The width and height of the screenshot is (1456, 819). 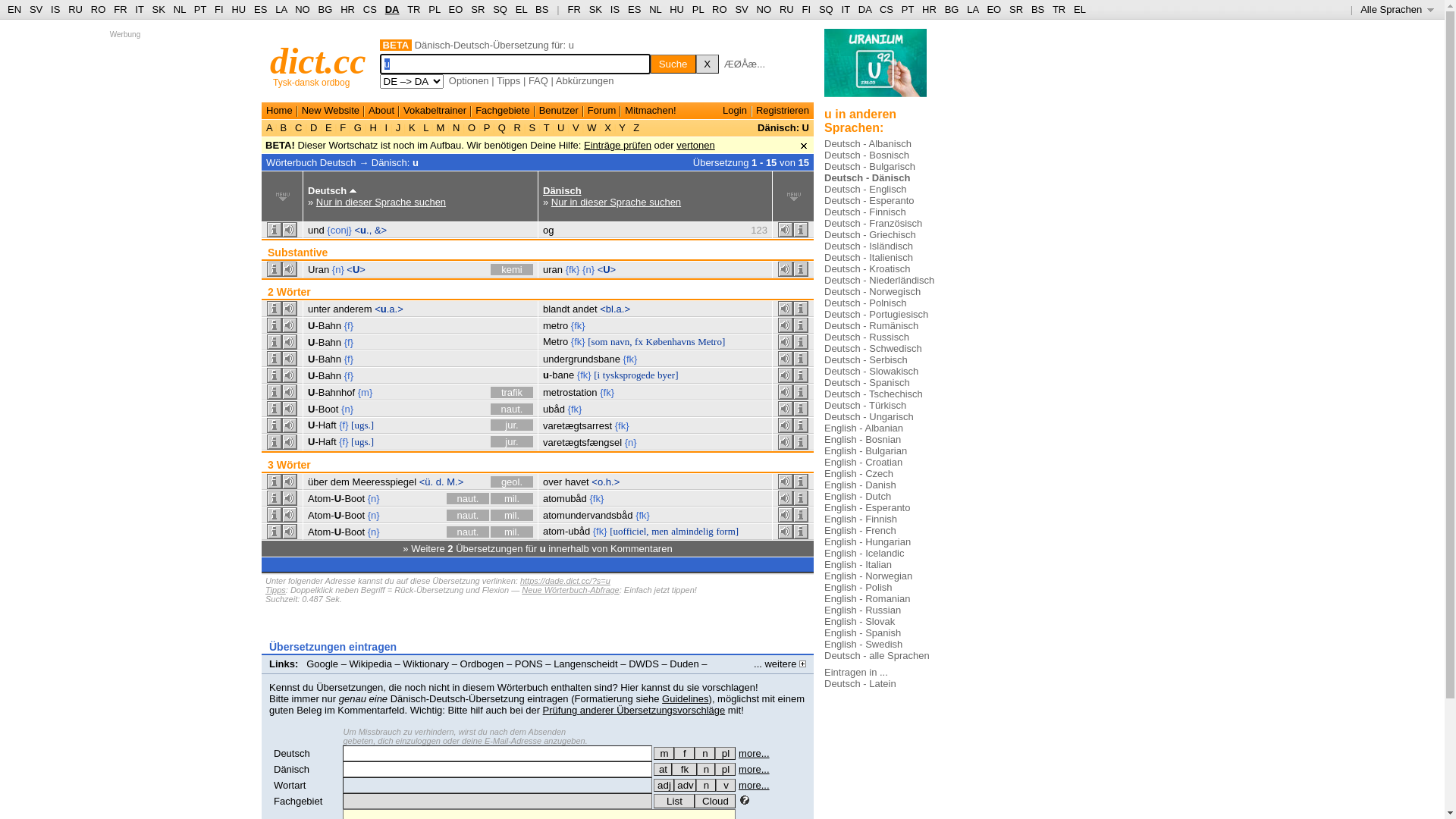 I want to click on 'V', so click(x=574, y=127).